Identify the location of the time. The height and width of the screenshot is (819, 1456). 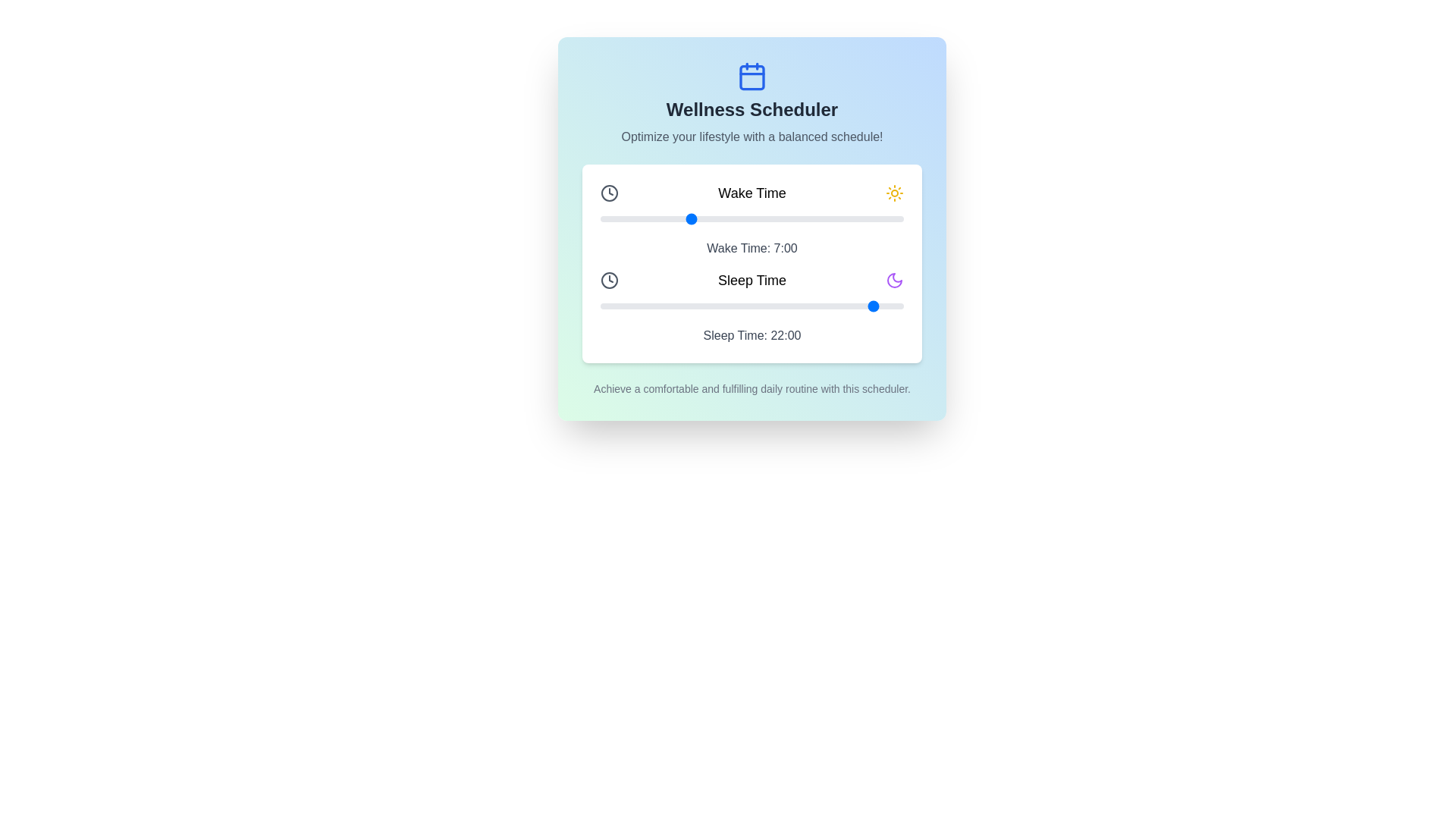
(827, 306).